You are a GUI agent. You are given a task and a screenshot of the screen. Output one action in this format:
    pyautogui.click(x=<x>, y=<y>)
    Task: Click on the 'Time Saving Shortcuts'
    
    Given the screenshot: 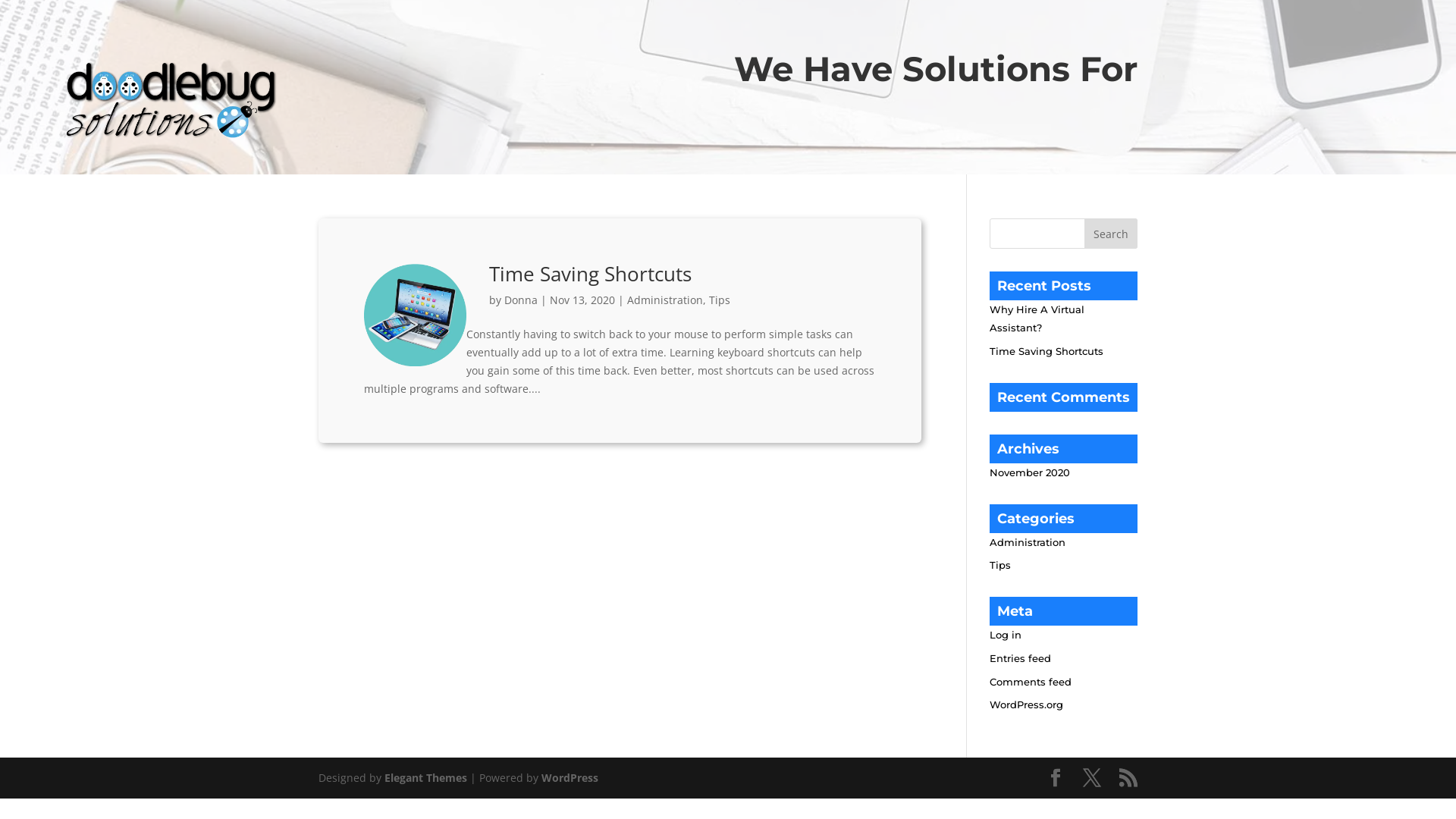 What is the action you would take?
    pyautogui.click(x=1046, y=350)
    